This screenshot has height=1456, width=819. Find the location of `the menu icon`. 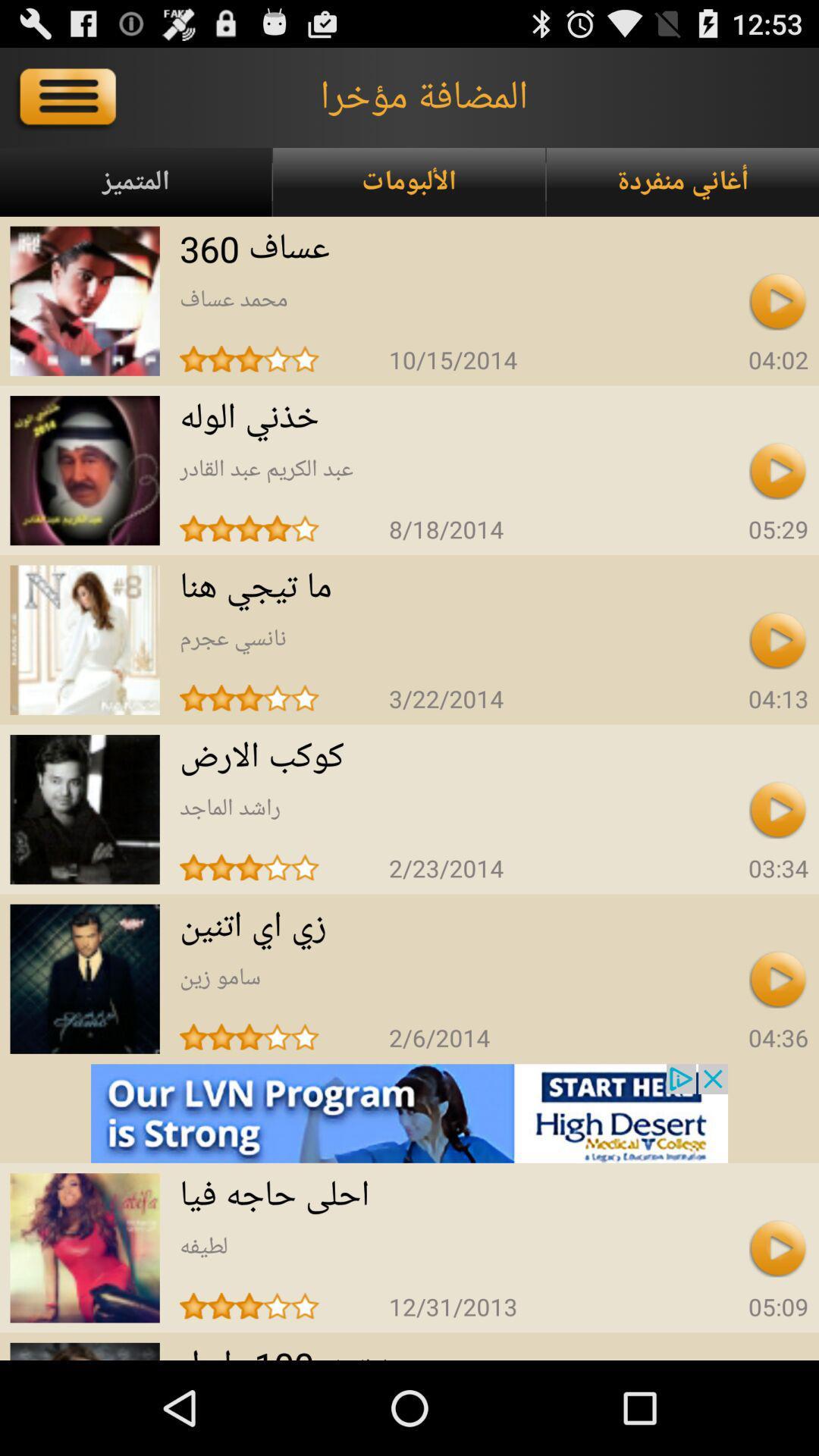

the menu icon is located at coordinates (70, 103).